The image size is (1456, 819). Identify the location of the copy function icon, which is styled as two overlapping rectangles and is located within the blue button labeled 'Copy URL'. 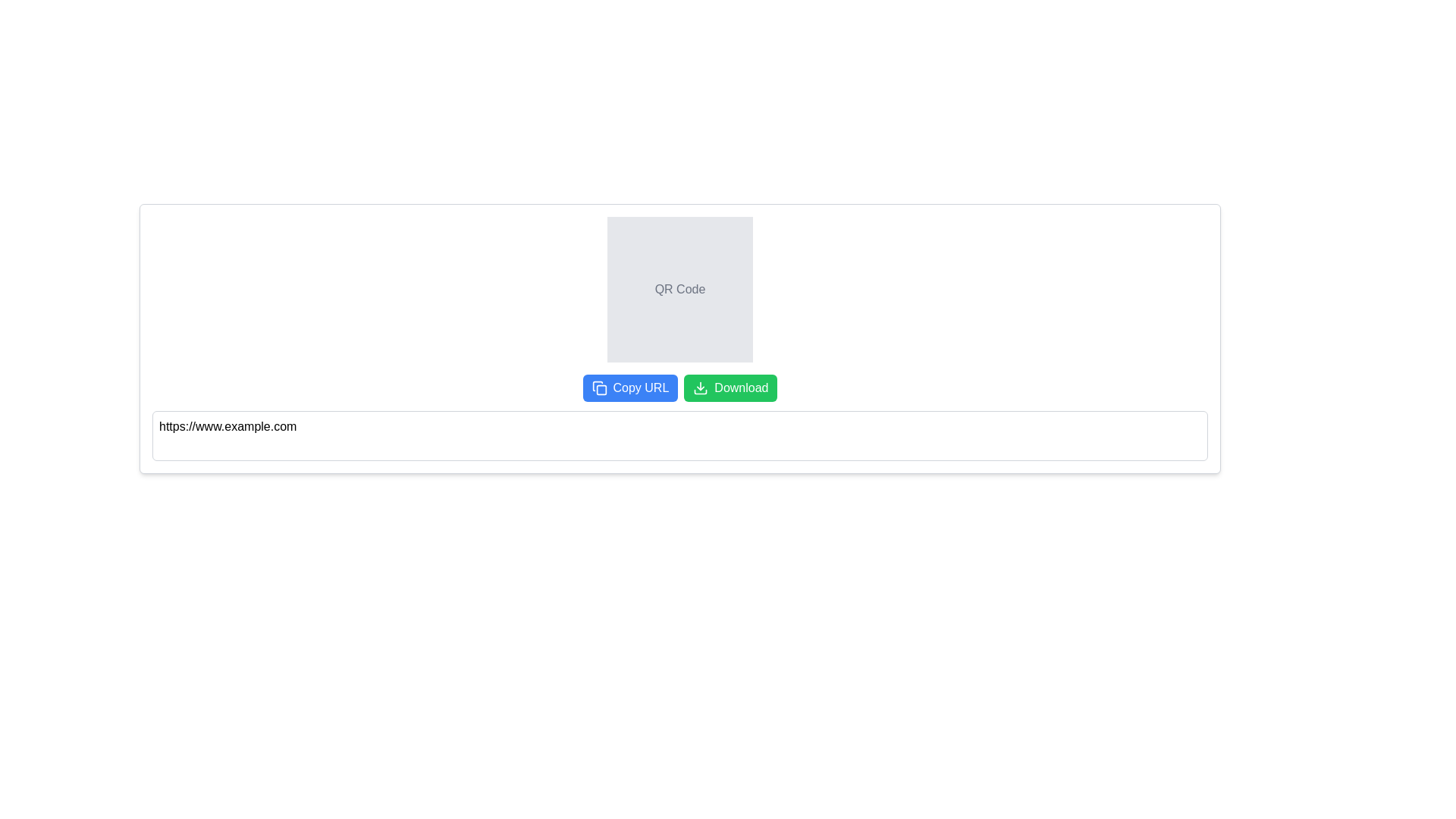
(598, 388).